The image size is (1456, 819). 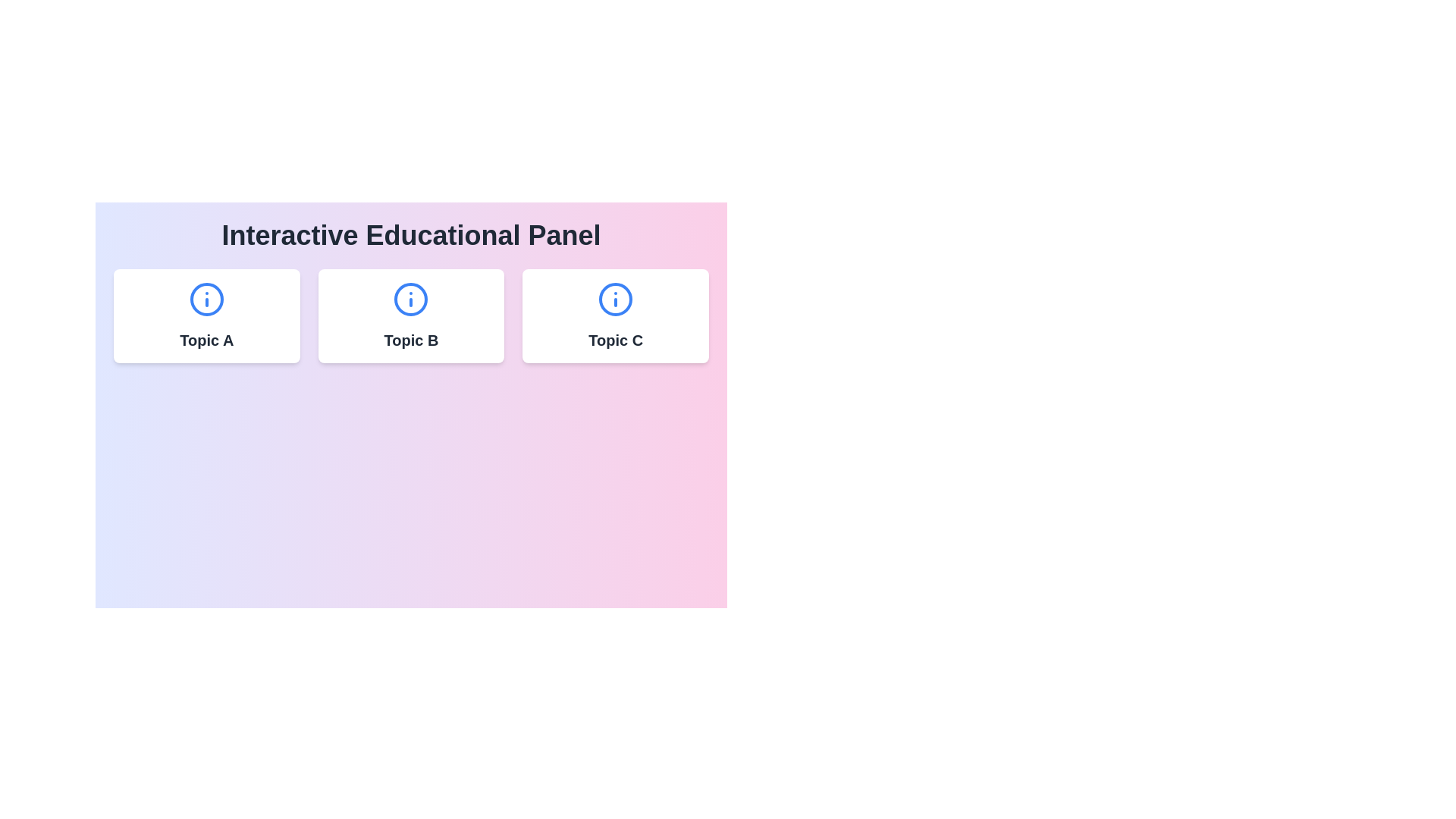 What do you see at coordinates (206, 315) in the screenshot?
I see `details of the Informational Card element, which features a blue circular icon with an information symbol and bold text 'Topic A' below it, located at the top-left corner of the grid layout` at bounding box center [206, 315].